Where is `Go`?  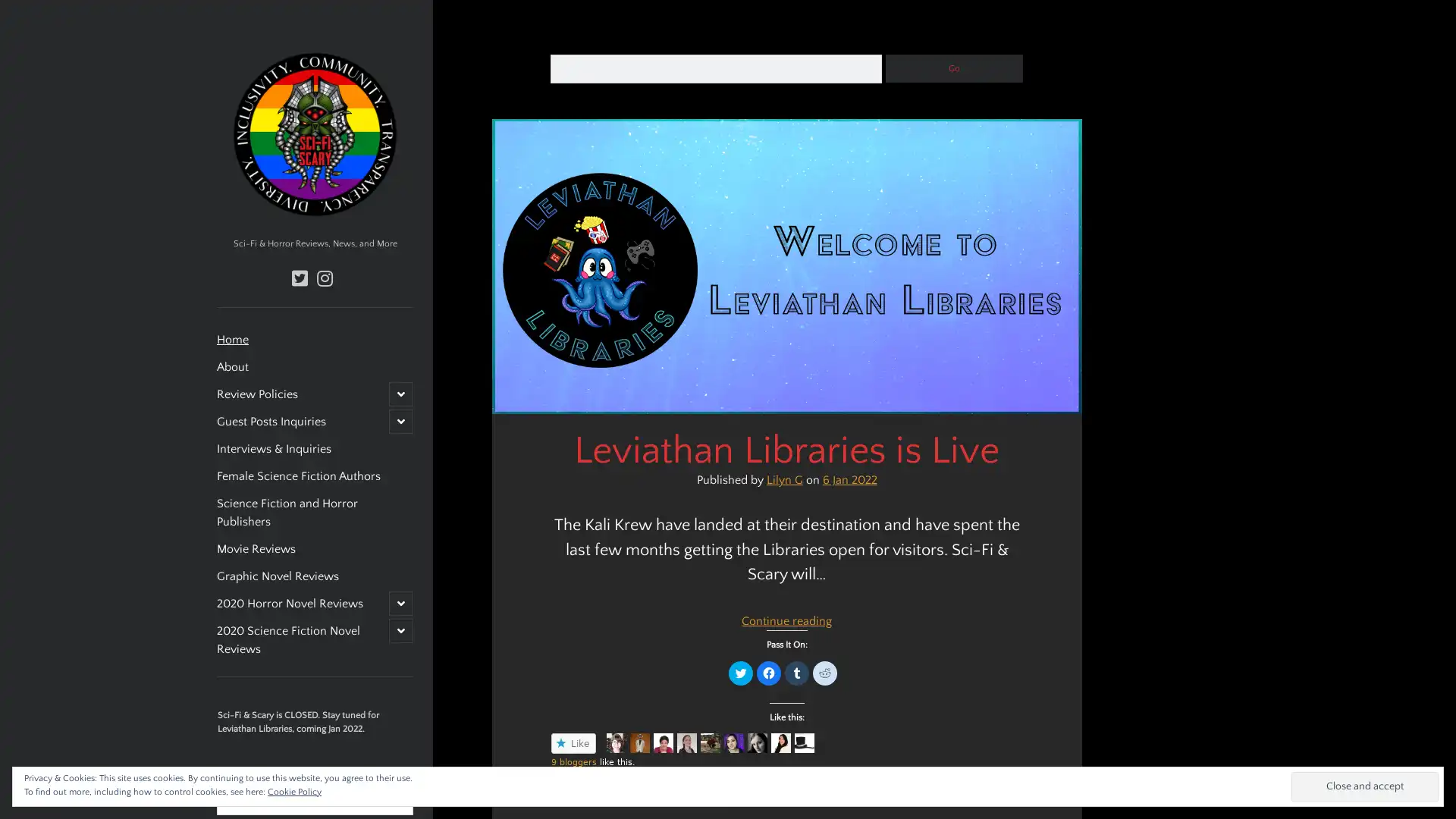
Go is located at coordinates (952, 68).